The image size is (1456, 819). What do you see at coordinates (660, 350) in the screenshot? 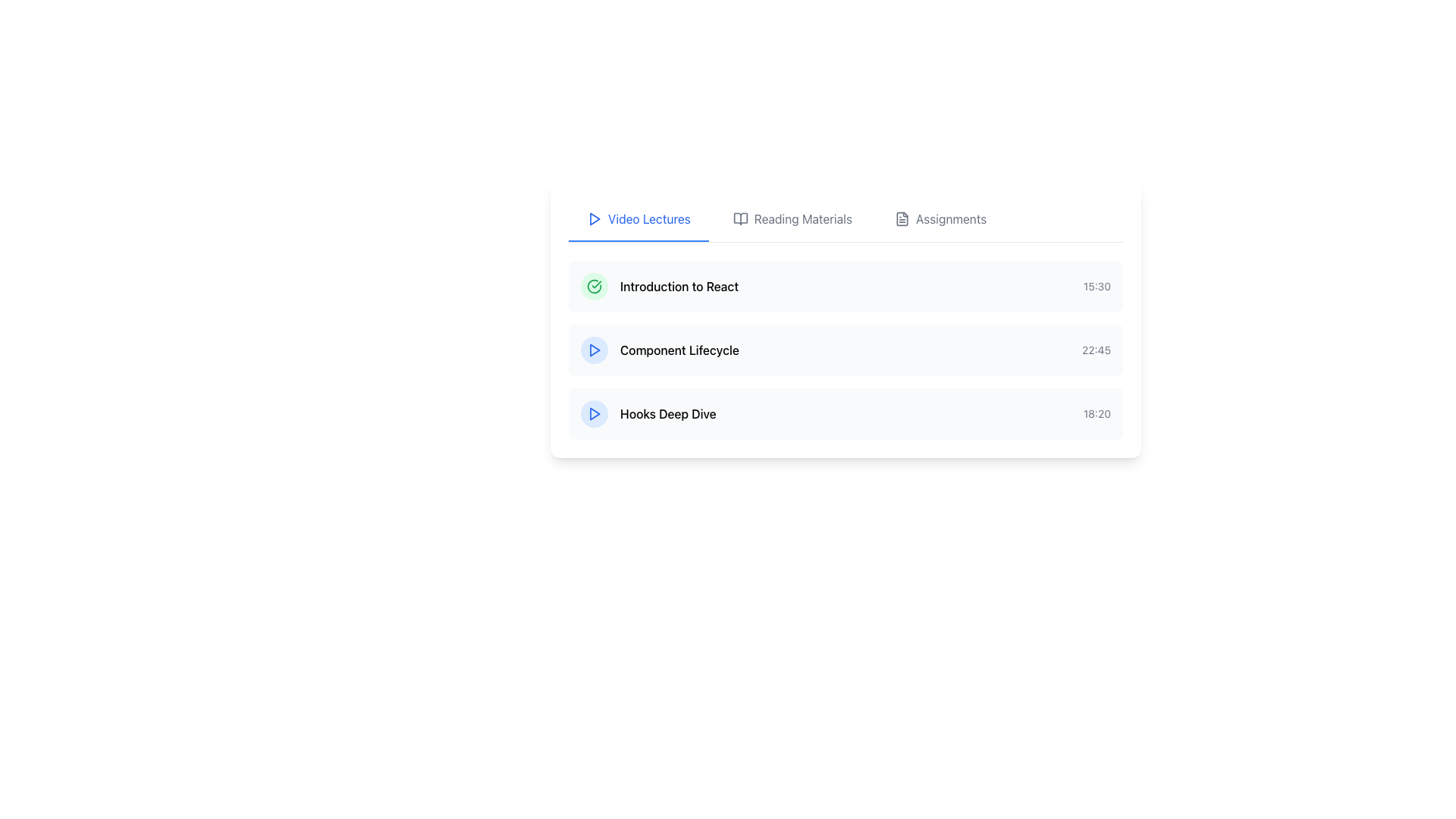
I see `the 'Component Lifecycle' button, which features a blue play icon and is the second item in a list of lecture topics` at bounding box center [660, 350].